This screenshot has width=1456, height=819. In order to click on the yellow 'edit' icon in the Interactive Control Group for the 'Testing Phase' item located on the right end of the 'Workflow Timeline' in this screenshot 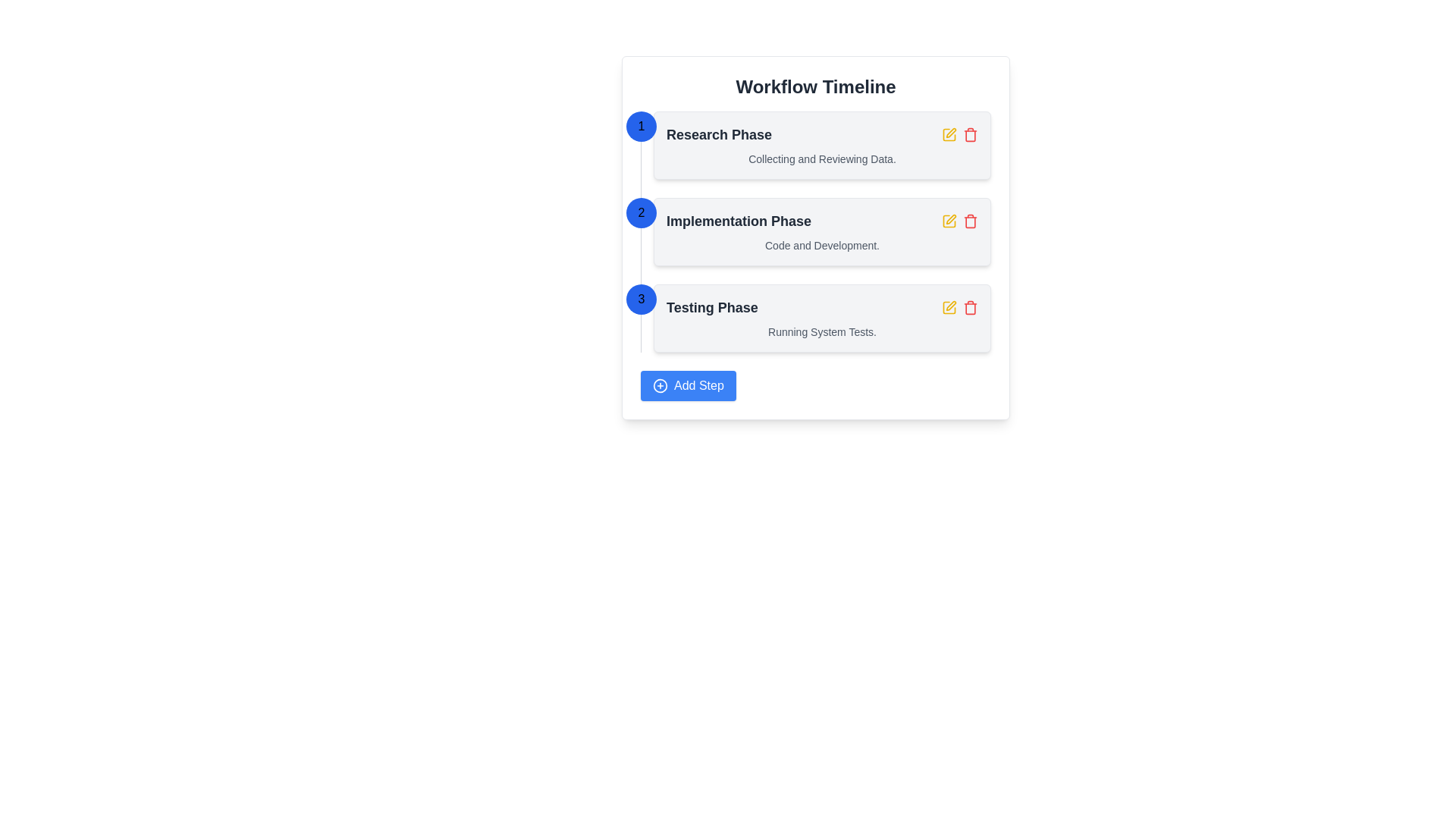, I will do `click(959, 307)`.